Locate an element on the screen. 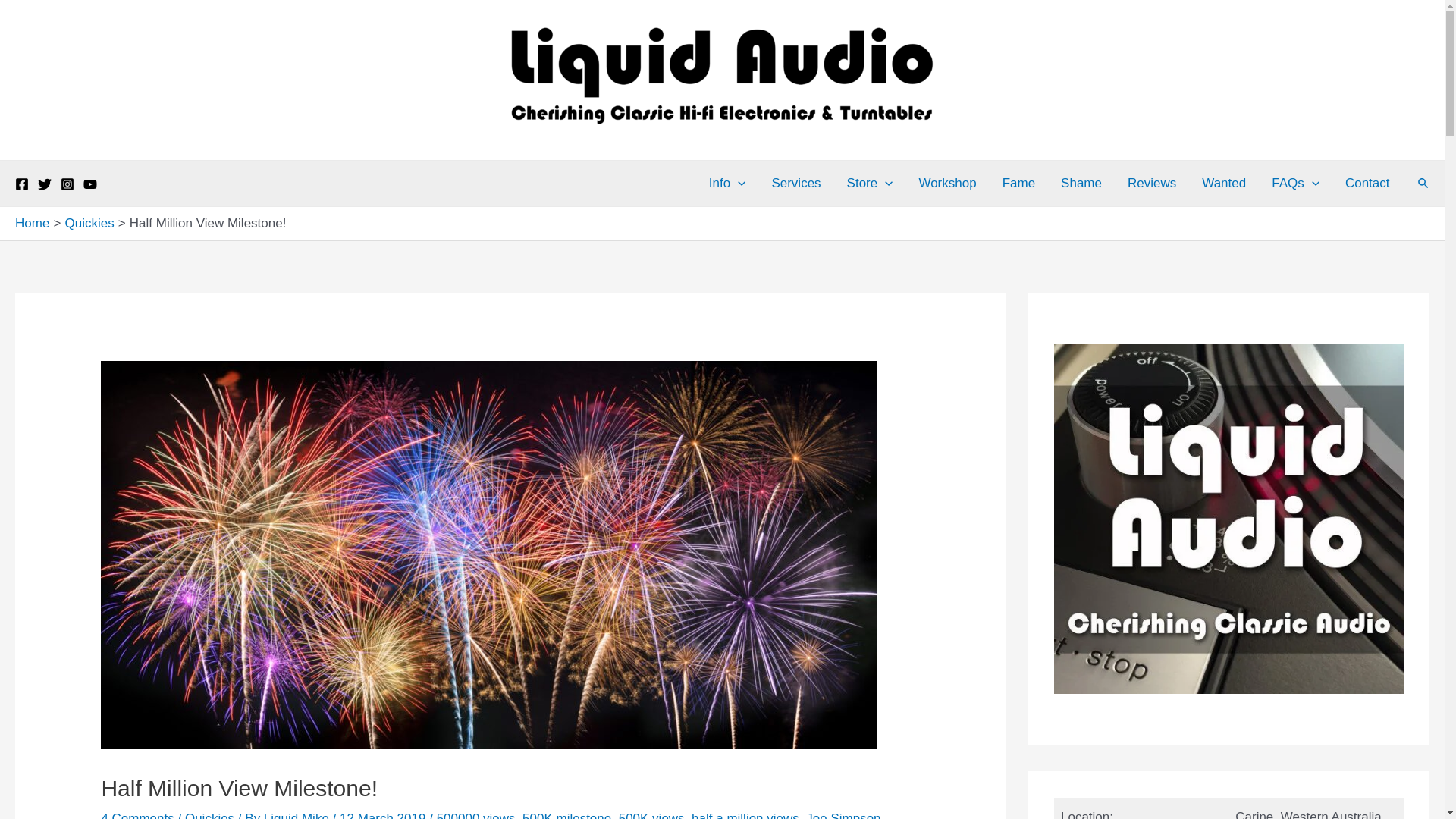  'FAQs' is located at coordinates (1259, 183).